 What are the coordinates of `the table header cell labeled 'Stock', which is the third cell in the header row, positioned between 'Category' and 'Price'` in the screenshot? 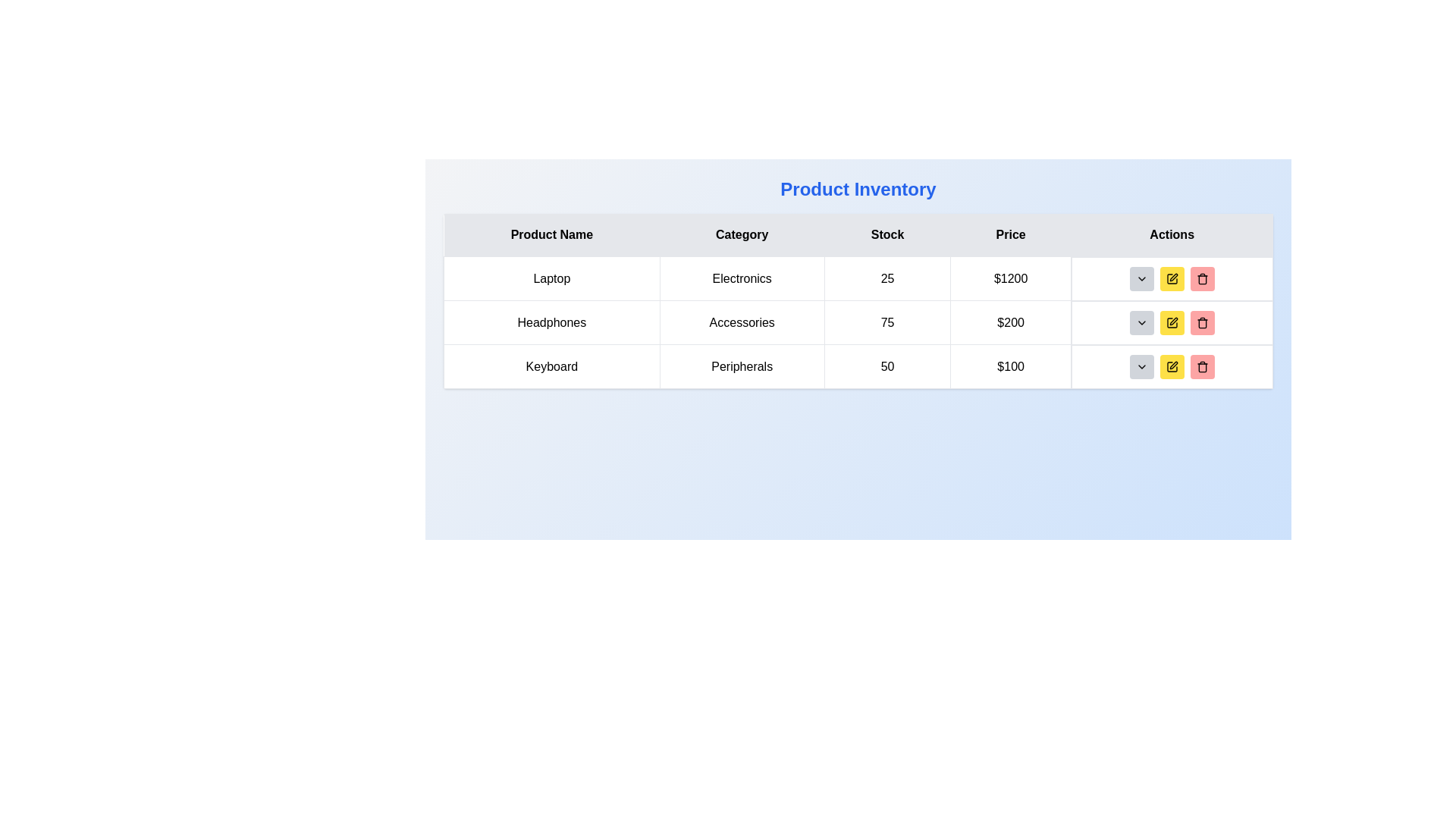 It's located at (887, 235).